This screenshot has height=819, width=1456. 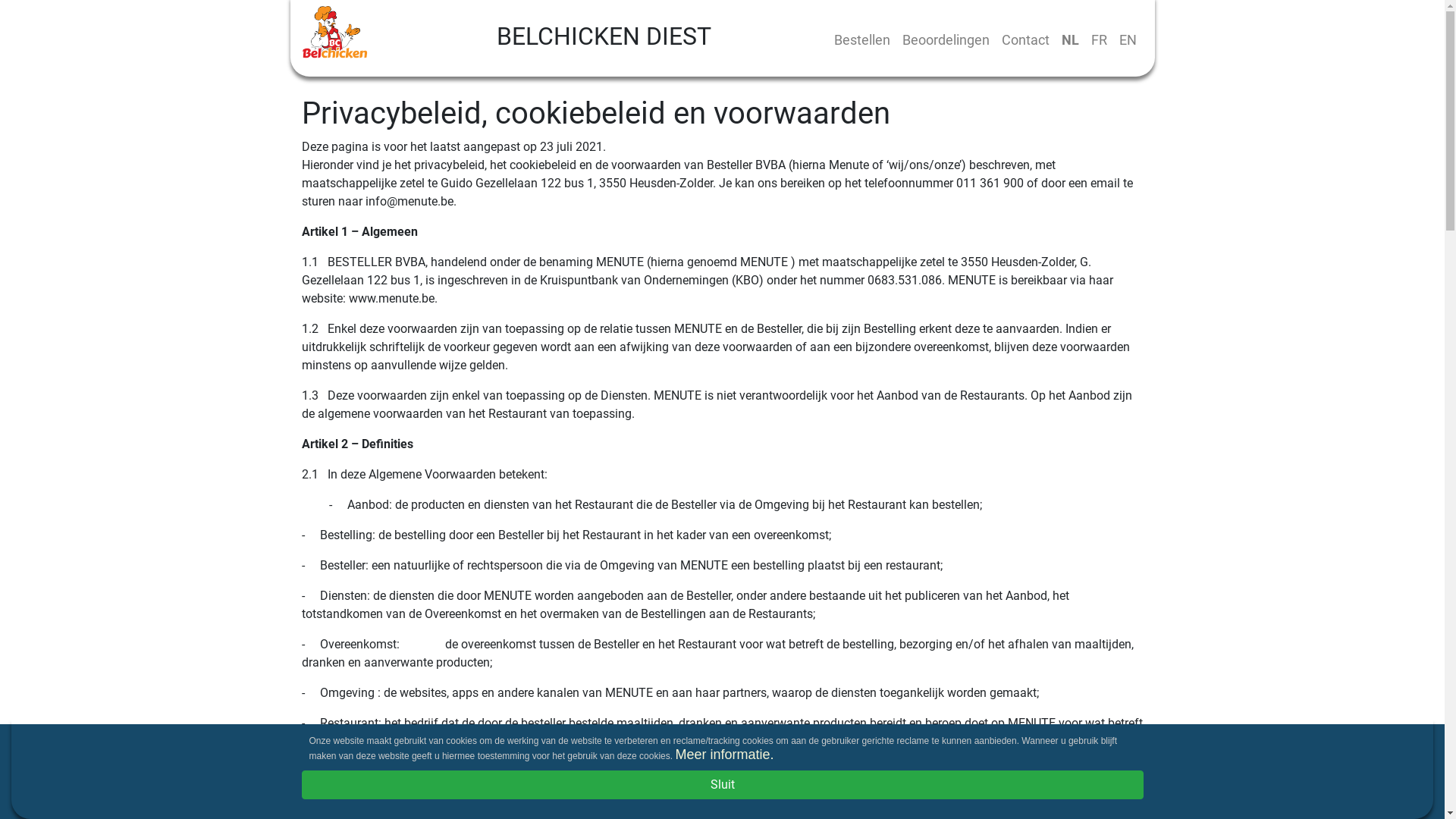 What do you see at coordinates (1098, 39) in the screenshot?
I see `'FR'` at bounding box center [1098, 39].